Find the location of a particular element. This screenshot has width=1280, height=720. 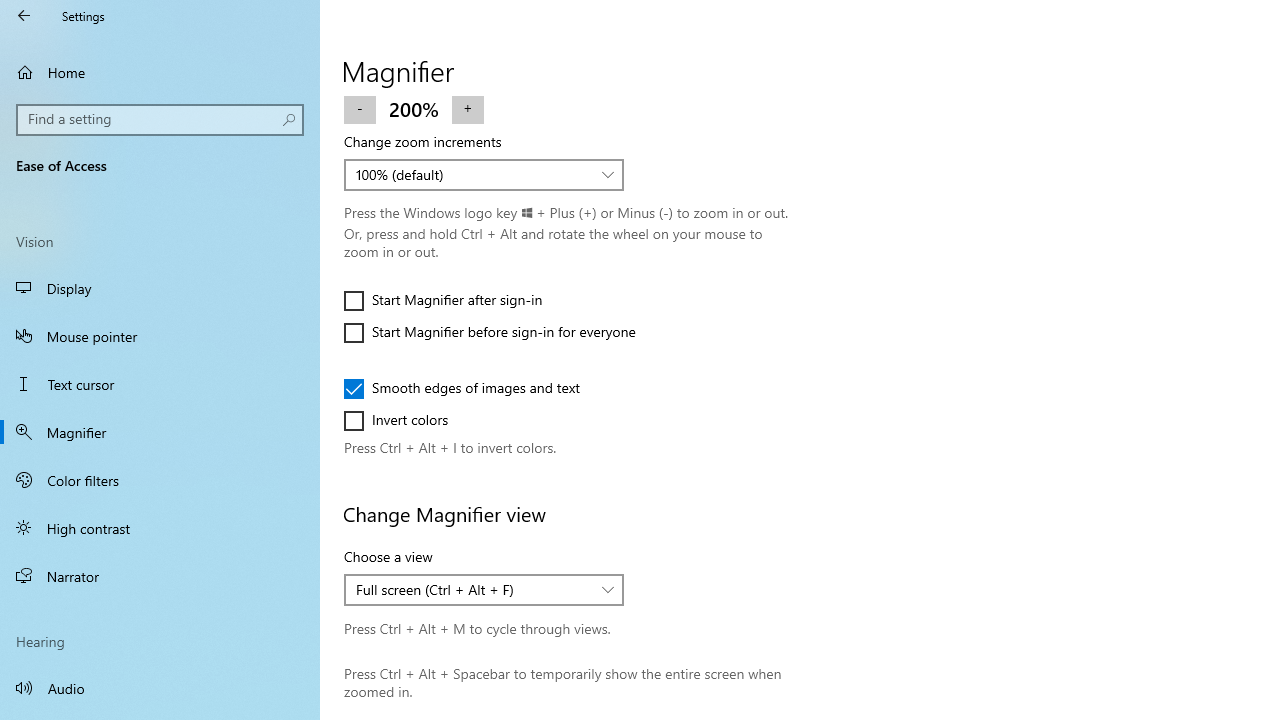

'High contrast' is located at coordinates (160, 527).